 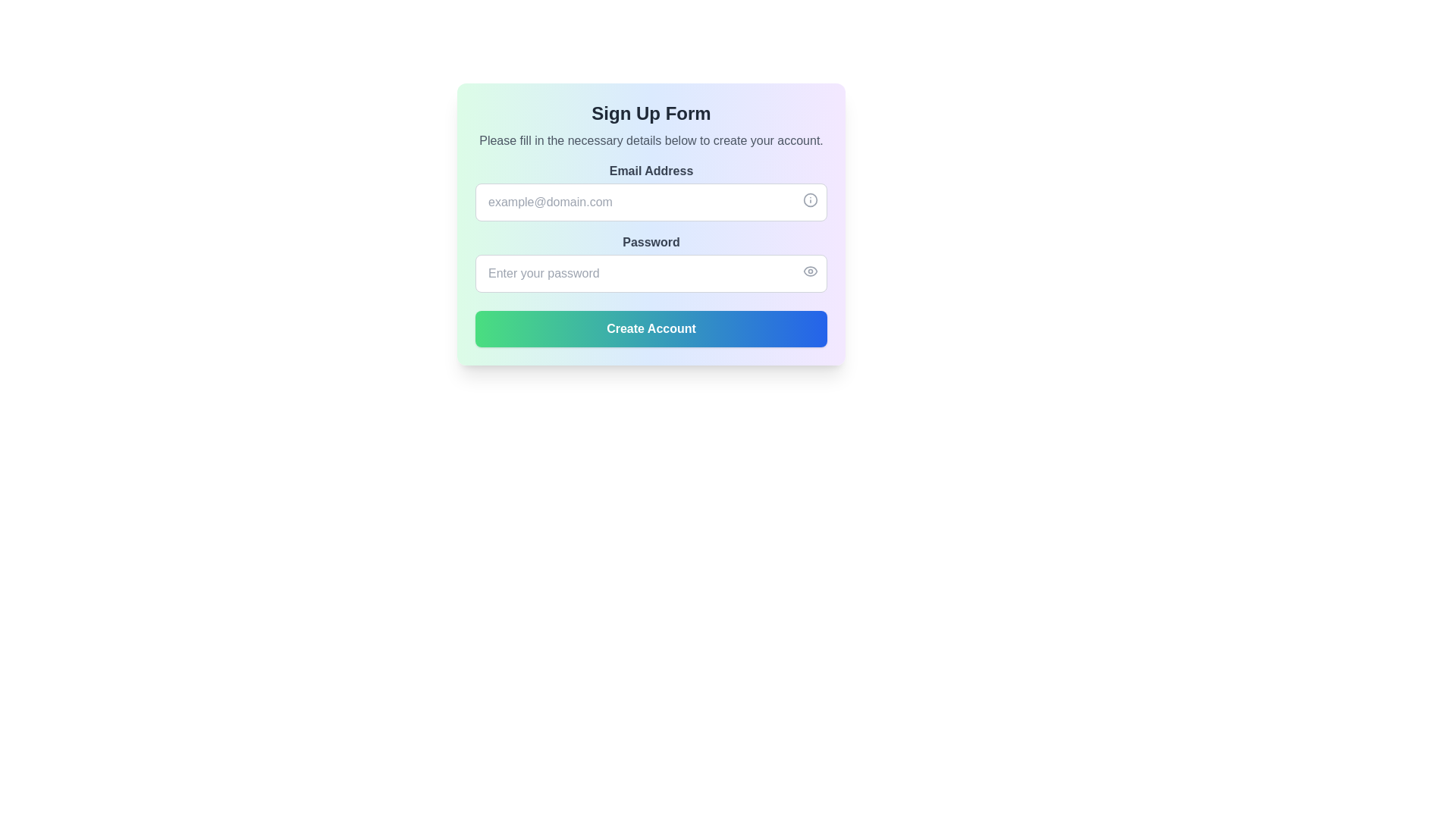 What do you see at coordinates (810, 271) in the screenshot?
I see `the small eye icon button located in the top-right corner of the password input field labeled 'Password'` at bounding box center [810, 271].